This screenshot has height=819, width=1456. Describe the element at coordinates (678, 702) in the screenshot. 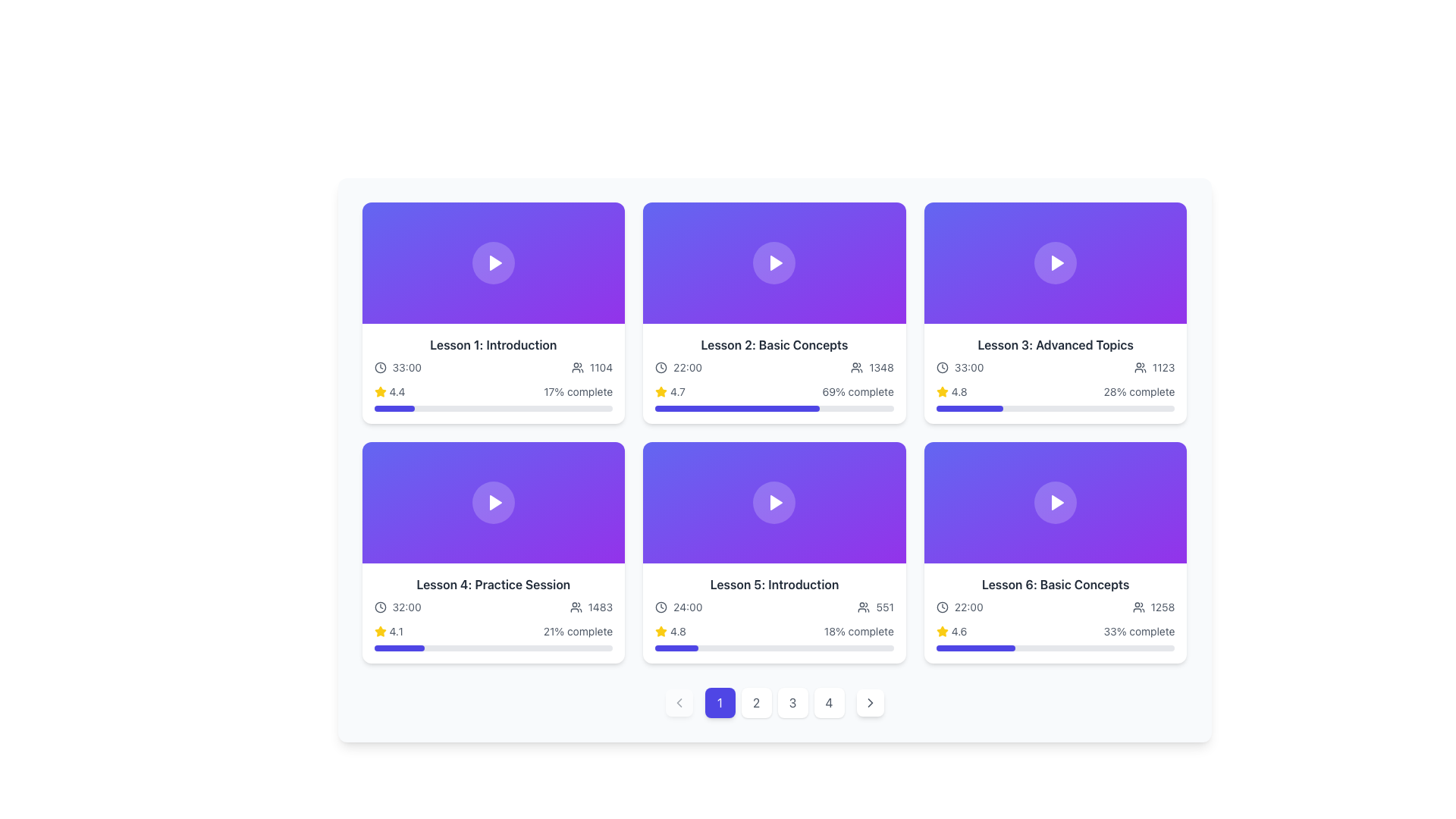

I see `the leftmost icon (Chevron Left) in the navigation bar at the bottom of the interface` at that location.